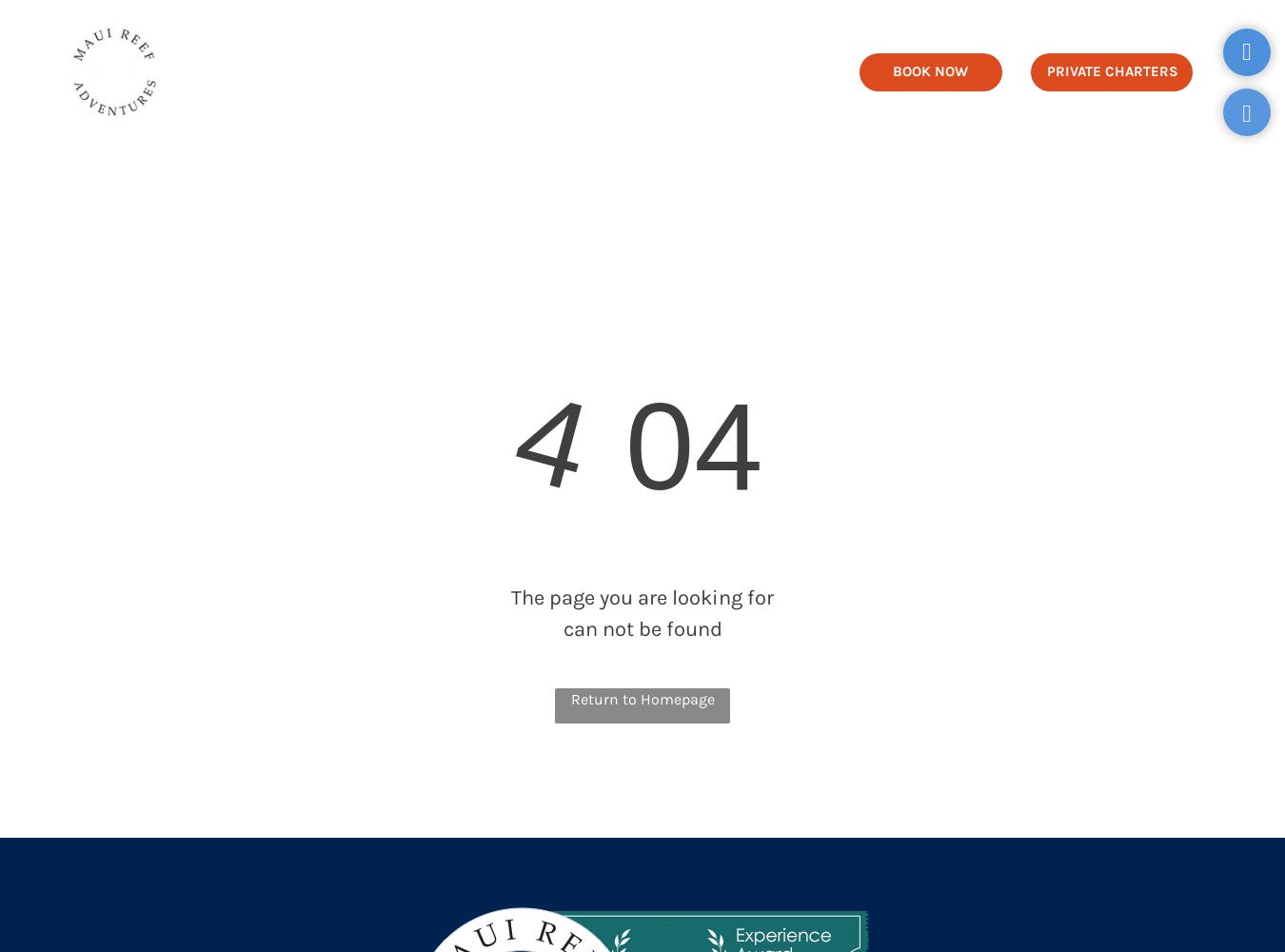 Image resolution: width=1285 pixels, height=952 pixels. I want to click on 'The page you are looking for', so click(642, 598).